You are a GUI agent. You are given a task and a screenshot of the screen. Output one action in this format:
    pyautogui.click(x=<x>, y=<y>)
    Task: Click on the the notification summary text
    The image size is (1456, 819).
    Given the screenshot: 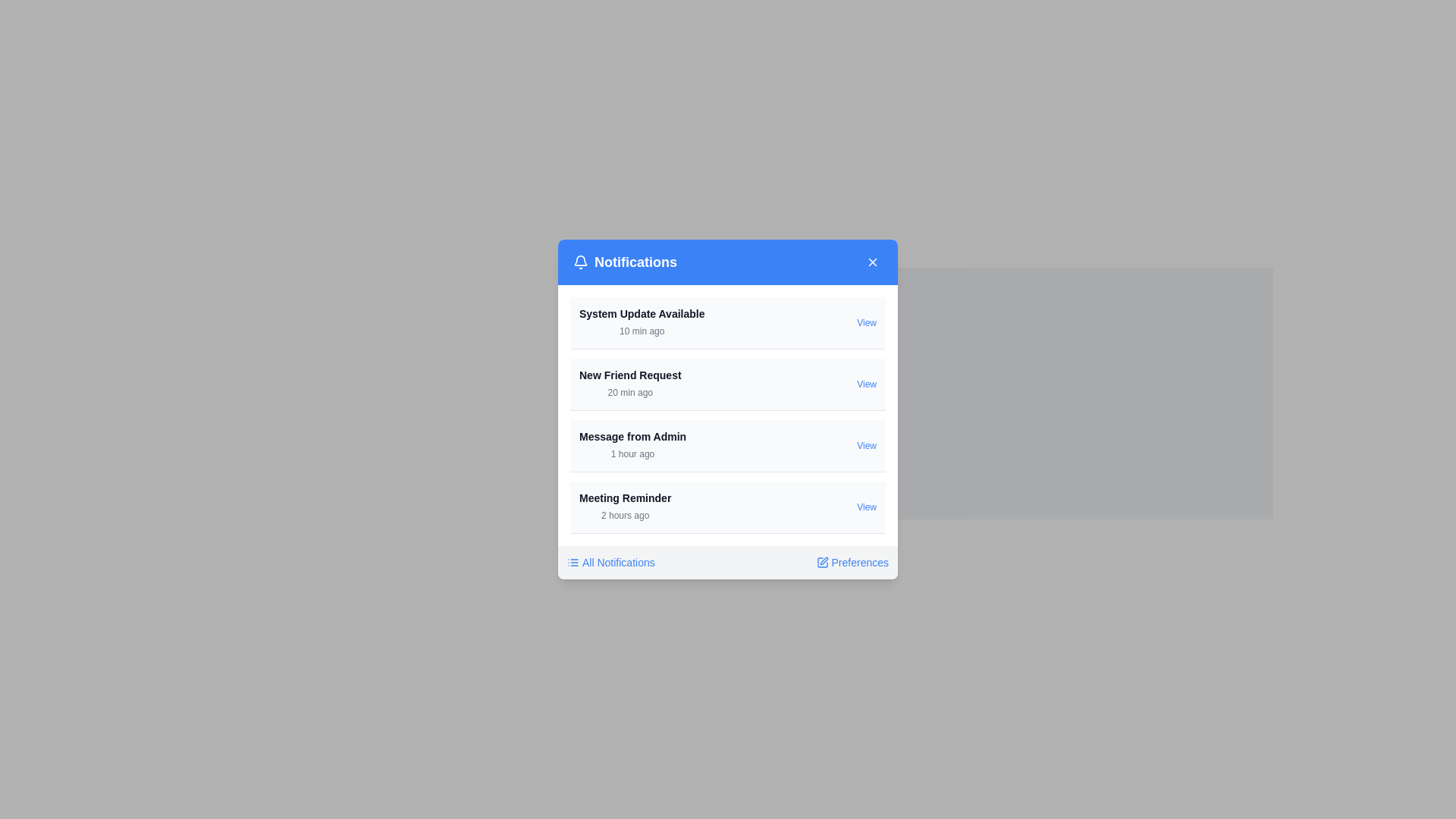 What is the action you would take?
    pyautogui.click(x=632, y=444)
    